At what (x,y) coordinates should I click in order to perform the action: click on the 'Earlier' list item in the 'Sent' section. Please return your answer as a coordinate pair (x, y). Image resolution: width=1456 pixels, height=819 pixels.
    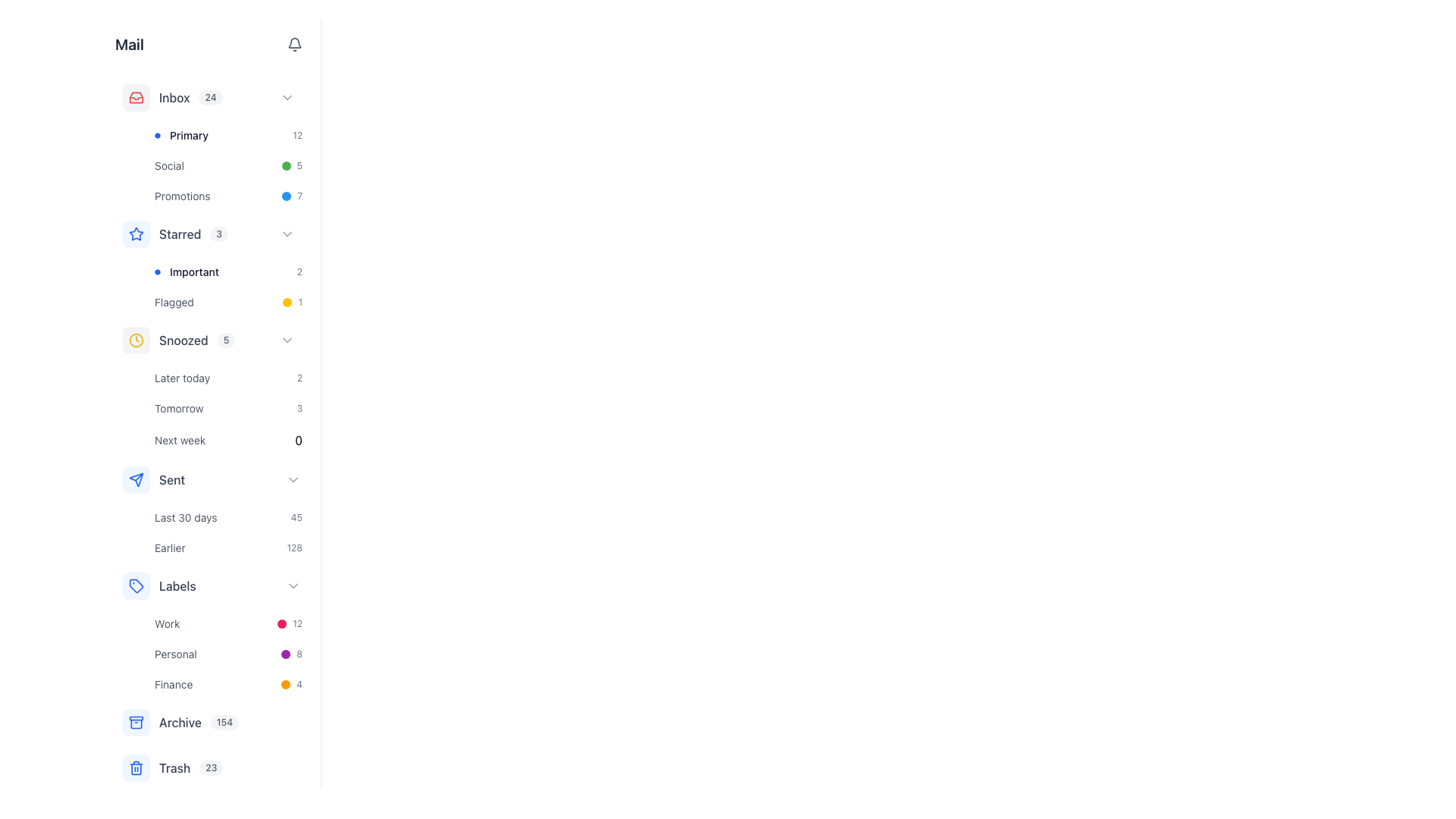
    Looking at the image, I should click on (227, 548).